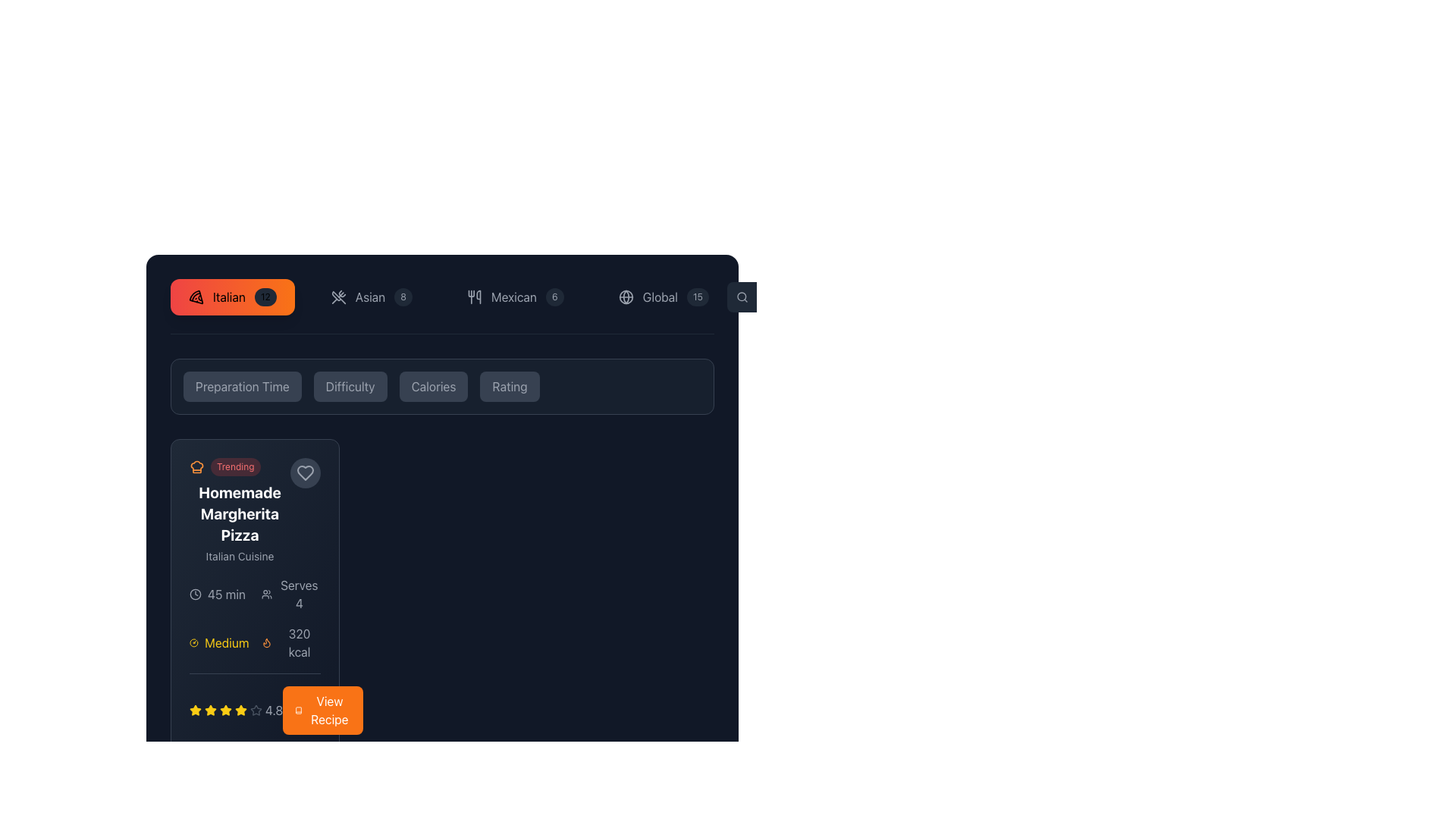  What do you see at coordinates (256, 711) in the screenshot?
I see `the unselected SVG Icon (Star) representing a rating in the bottom-left section of the recipe card` at bounding box center [256, 711].